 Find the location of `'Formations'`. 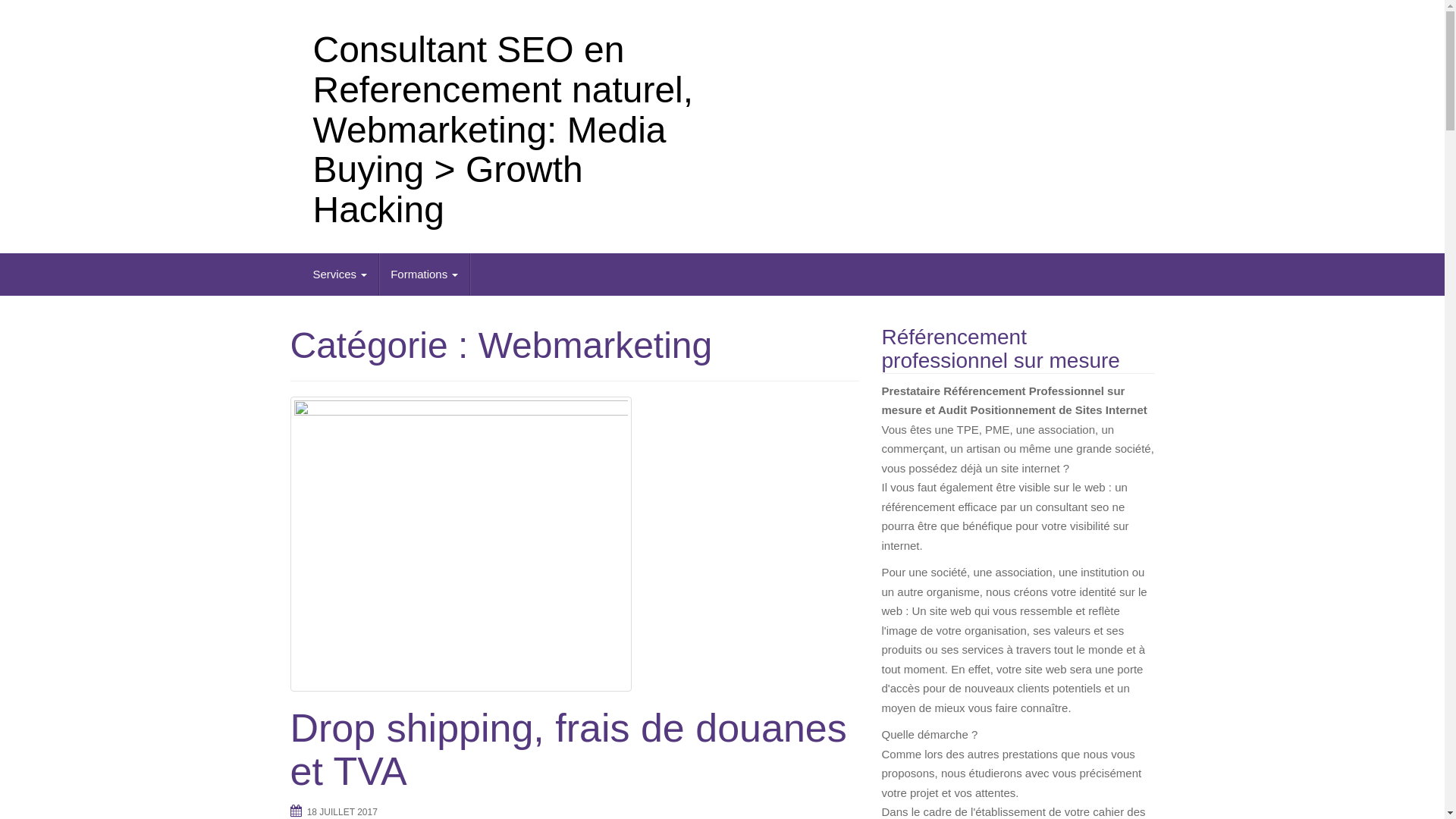

'Formations' is located at coordinates (425, 275).